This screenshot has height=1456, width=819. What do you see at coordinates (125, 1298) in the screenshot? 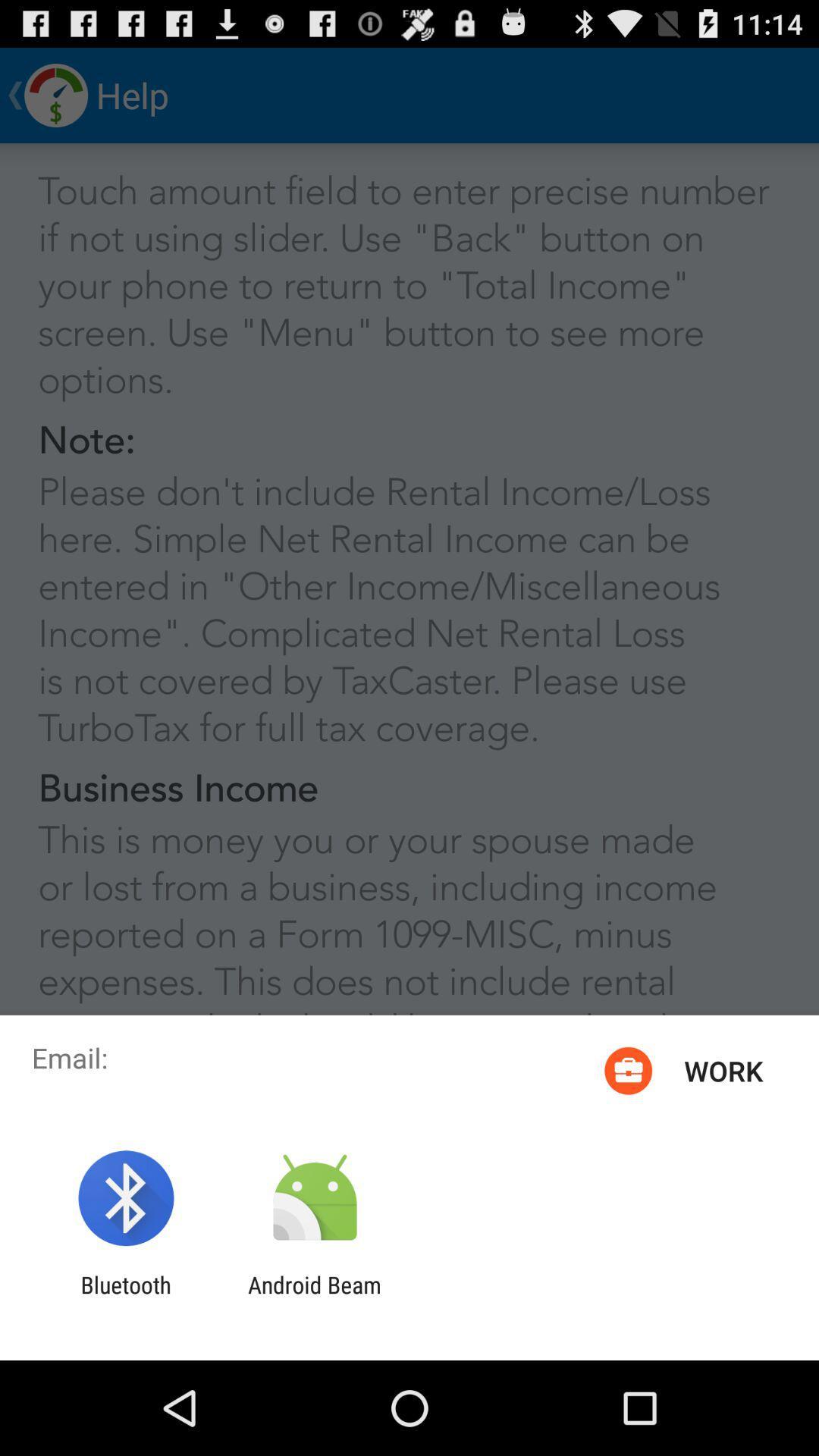
I see `app to the left of android beam` at bounding box center [125, 1298].